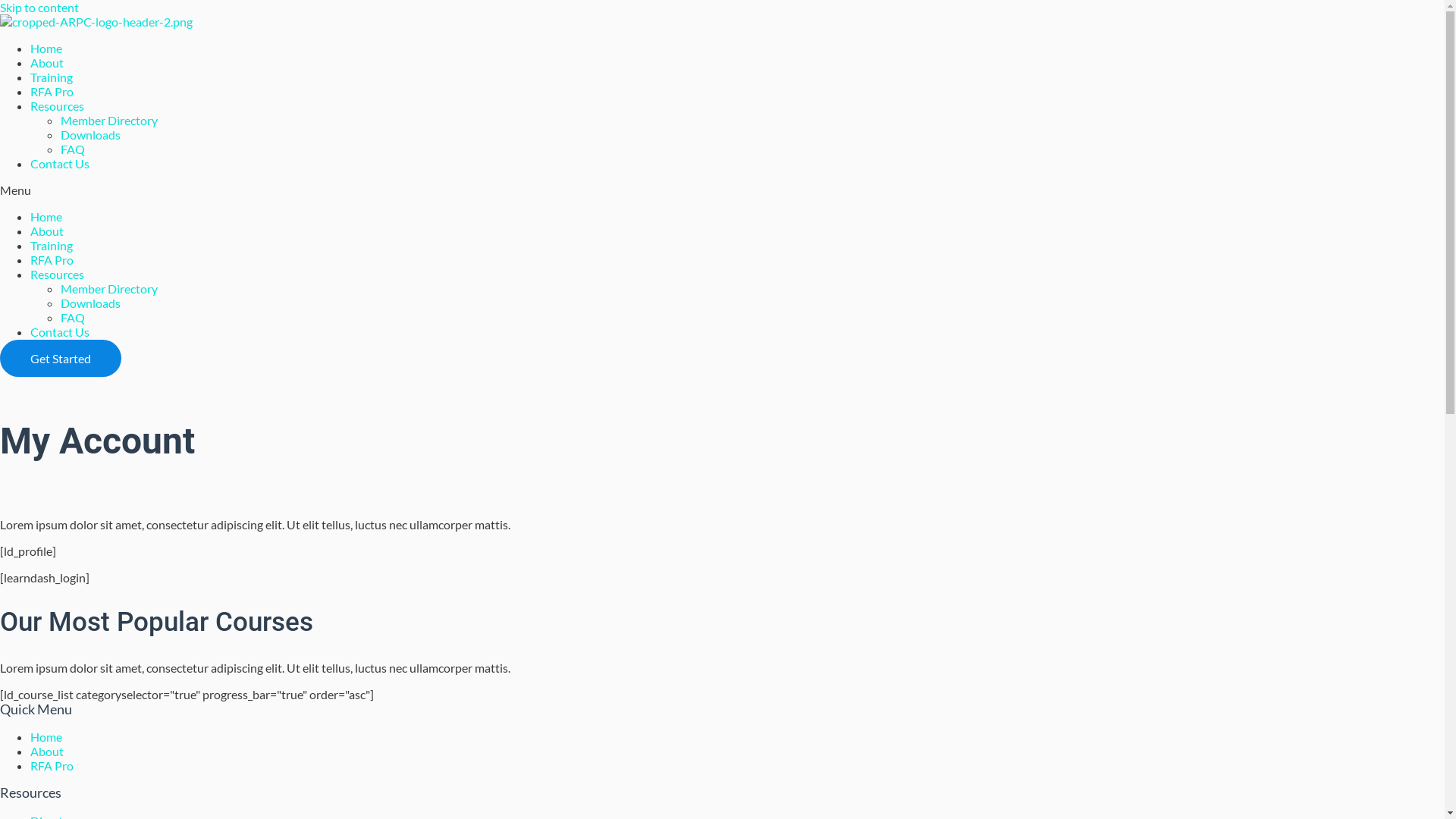  I want to click on 'Downloads', so click(89, 303).